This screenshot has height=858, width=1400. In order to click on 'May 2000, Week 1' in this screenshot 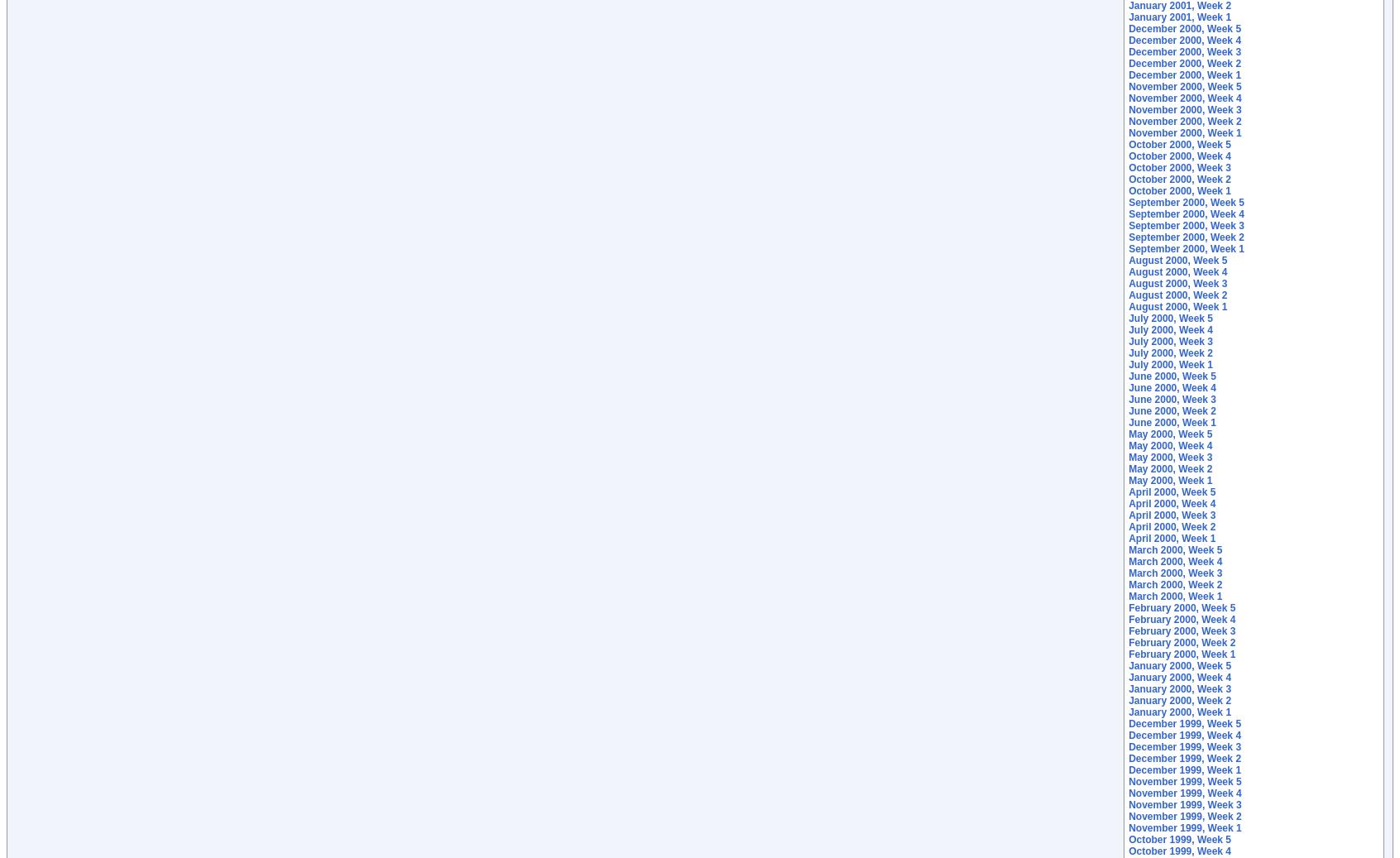, I will do `click(1169, 481)`.